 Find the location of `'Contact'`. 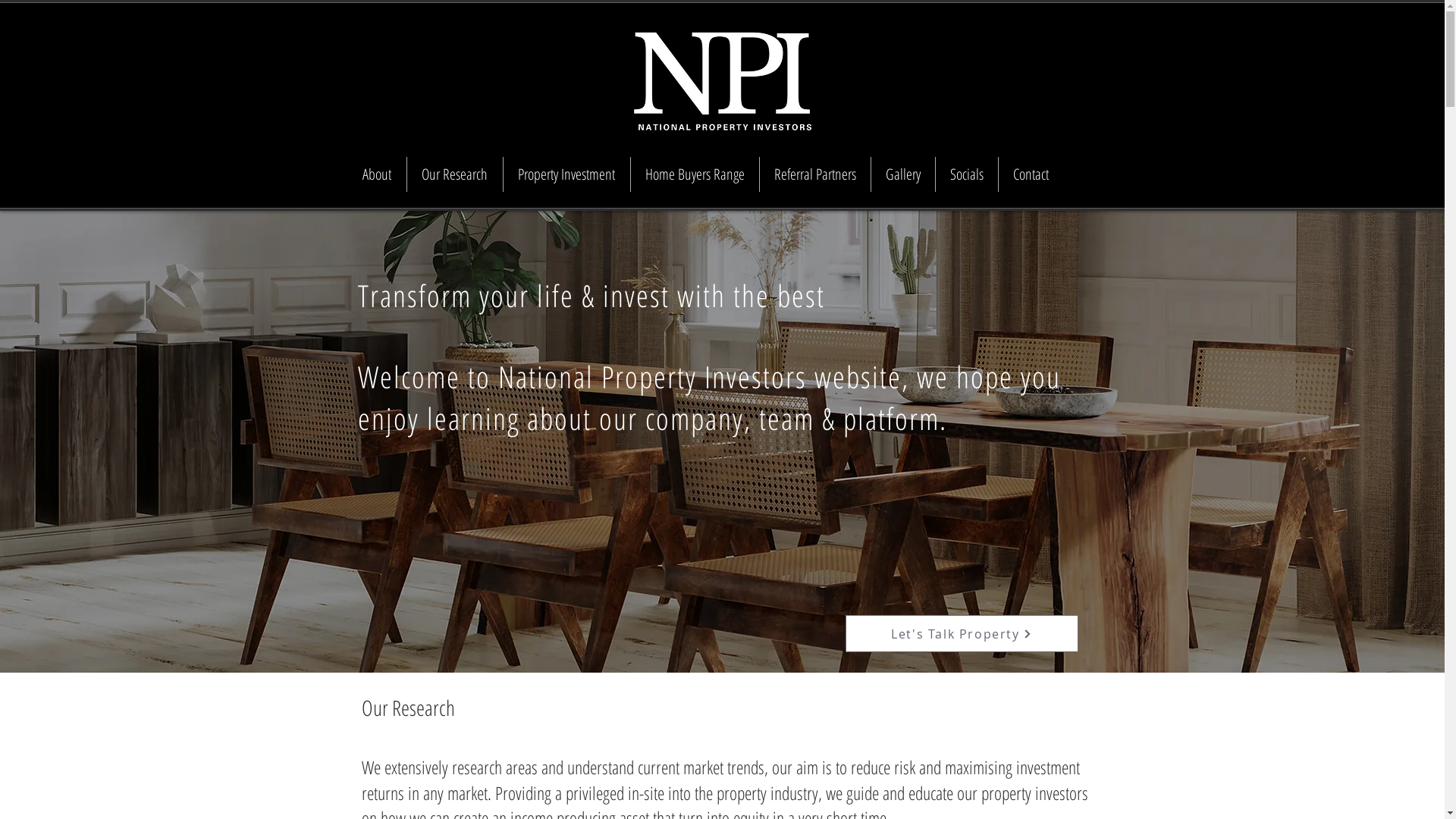

'Contact' is located at coordinates (1030, 174).